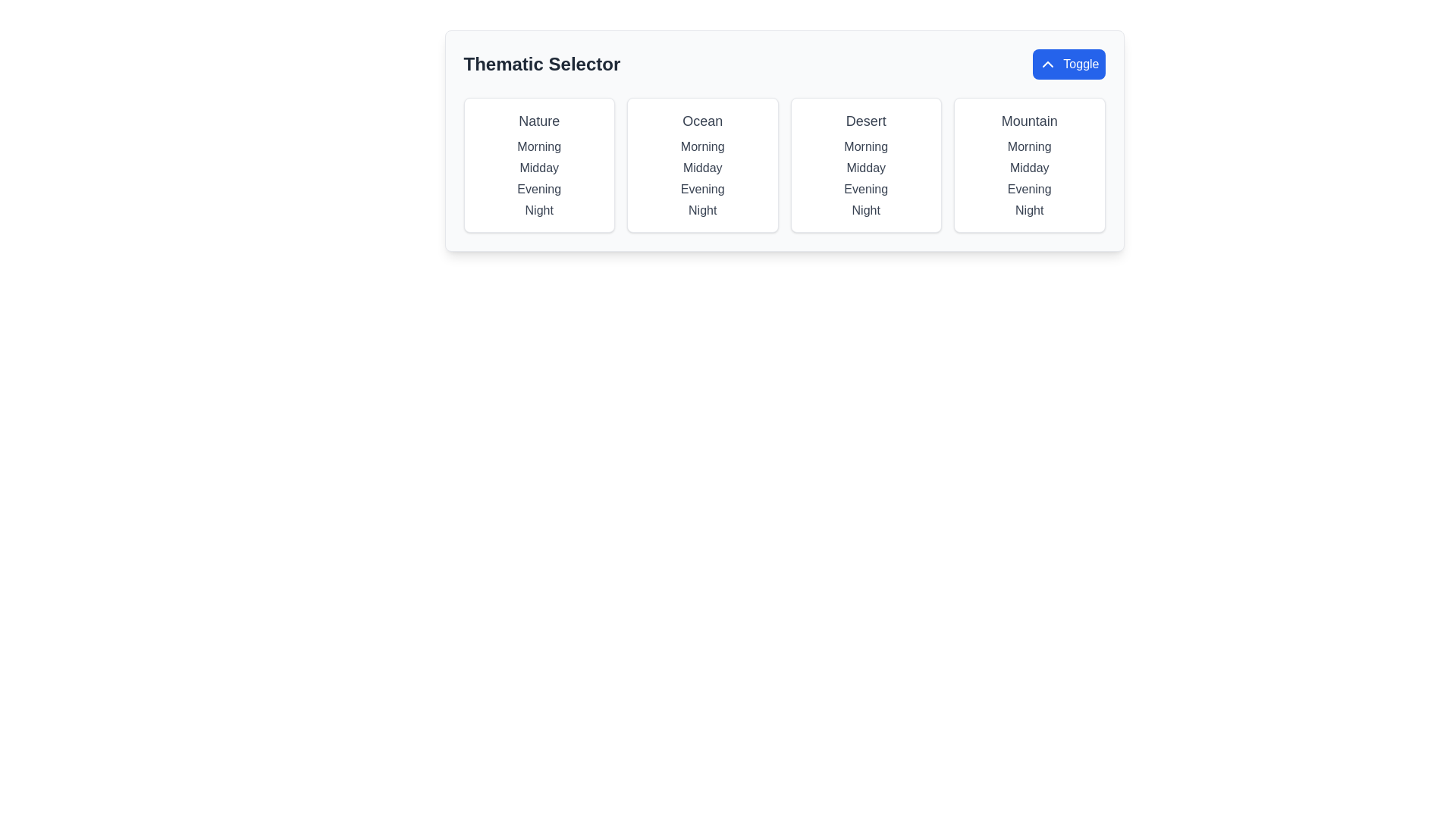 This screenshot has width=1456, height=819. I want to click on the first label indicating 'Morning' in the Mountain card, which is part of a vertical group of four labels, so click(1029, 146).